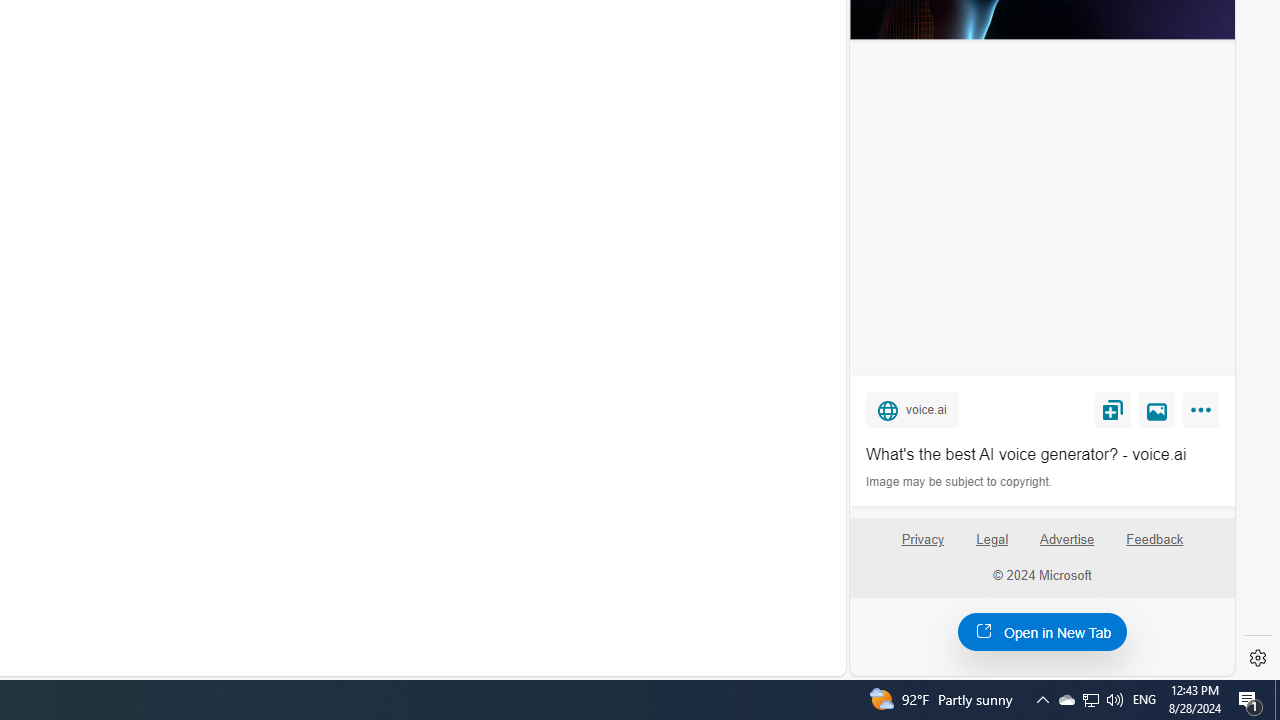 The height and width of the screenshot is (720, 1280). I want to click on 'voice.ai', so click(911, 408).